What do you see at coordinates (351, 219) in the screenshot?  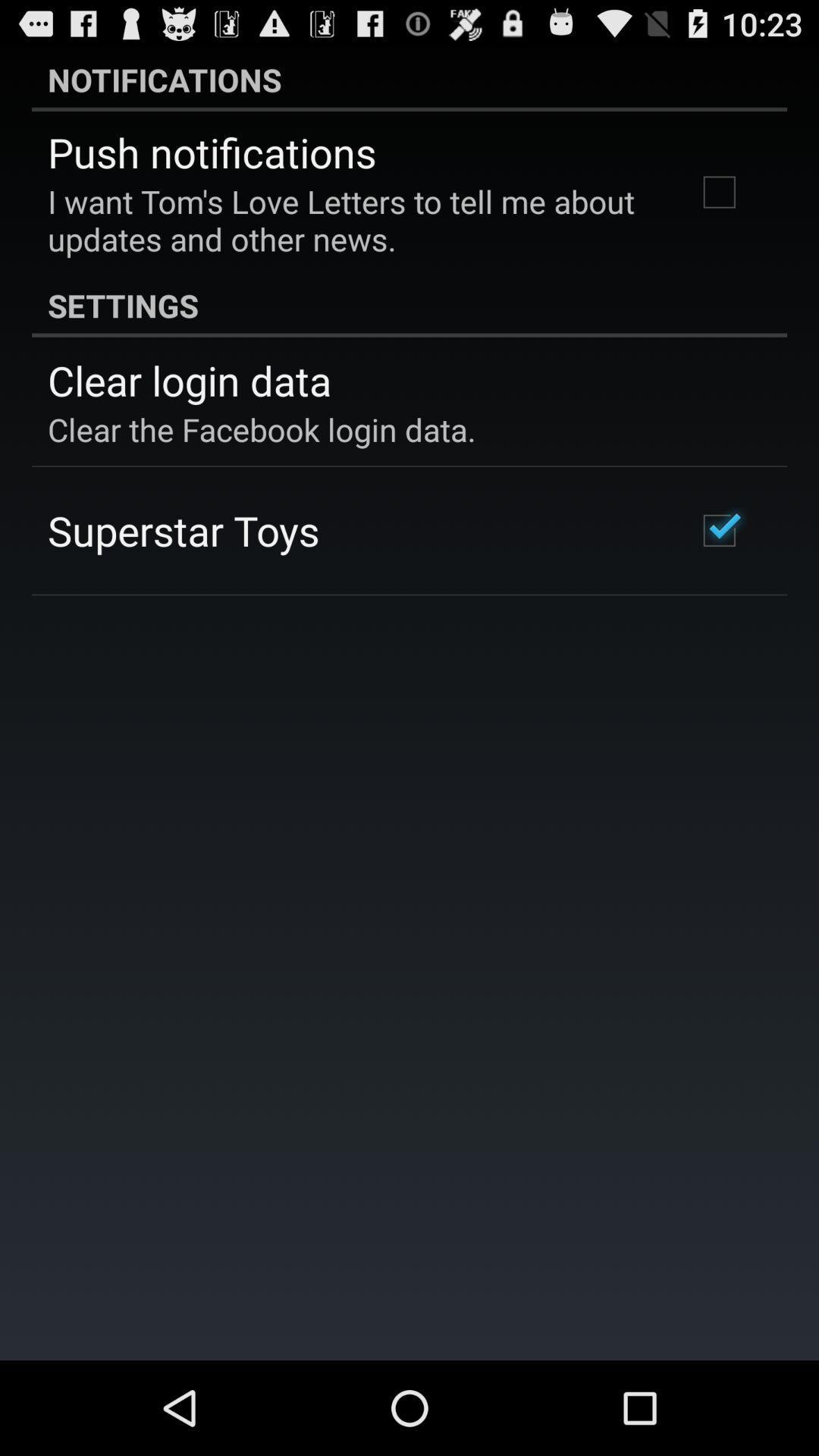 I see `the icon above the settings app` at bounding box center [351, 219].